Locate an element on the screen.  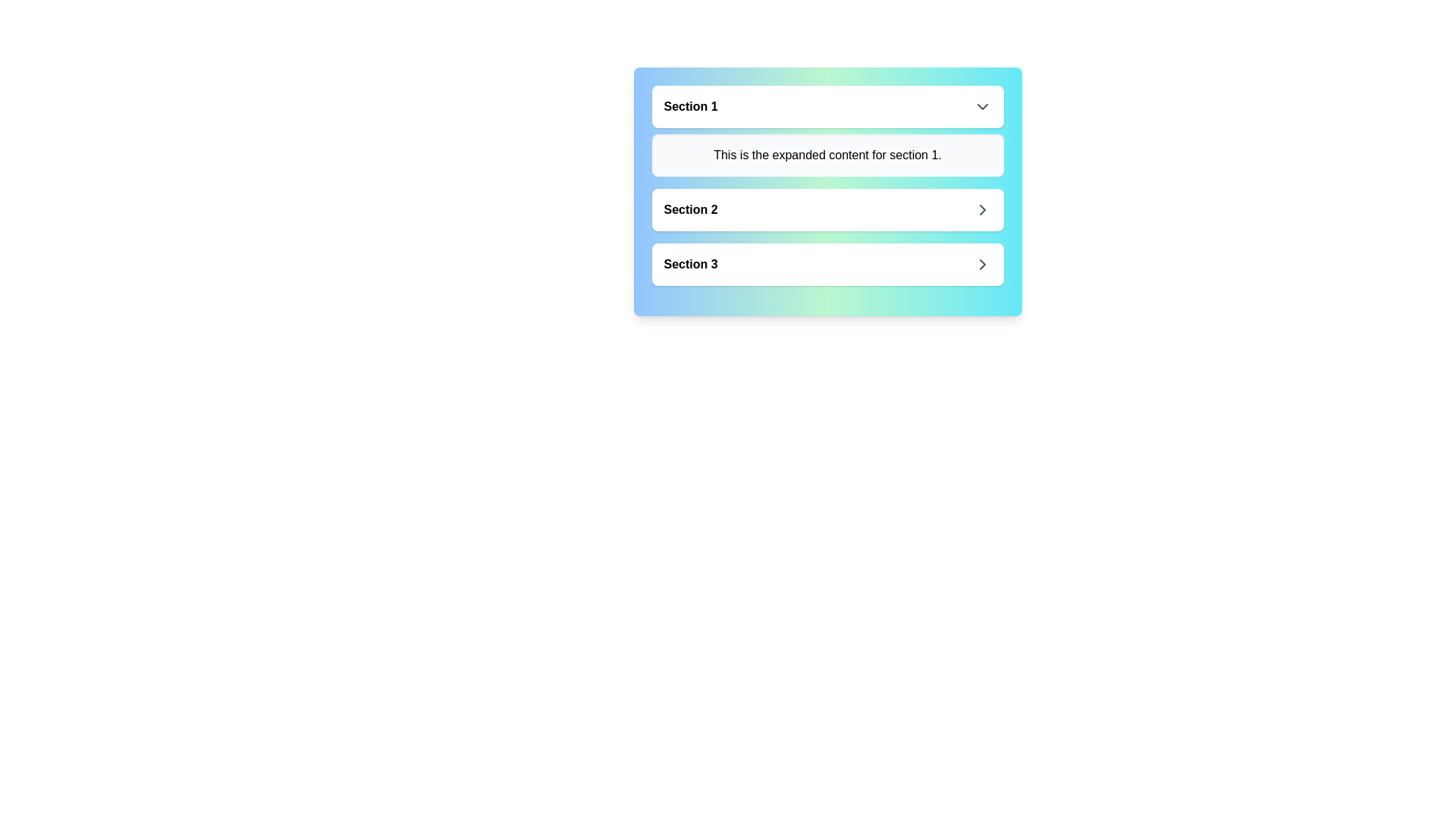
the 'Section 3' button is located at coordinates (827, 263).